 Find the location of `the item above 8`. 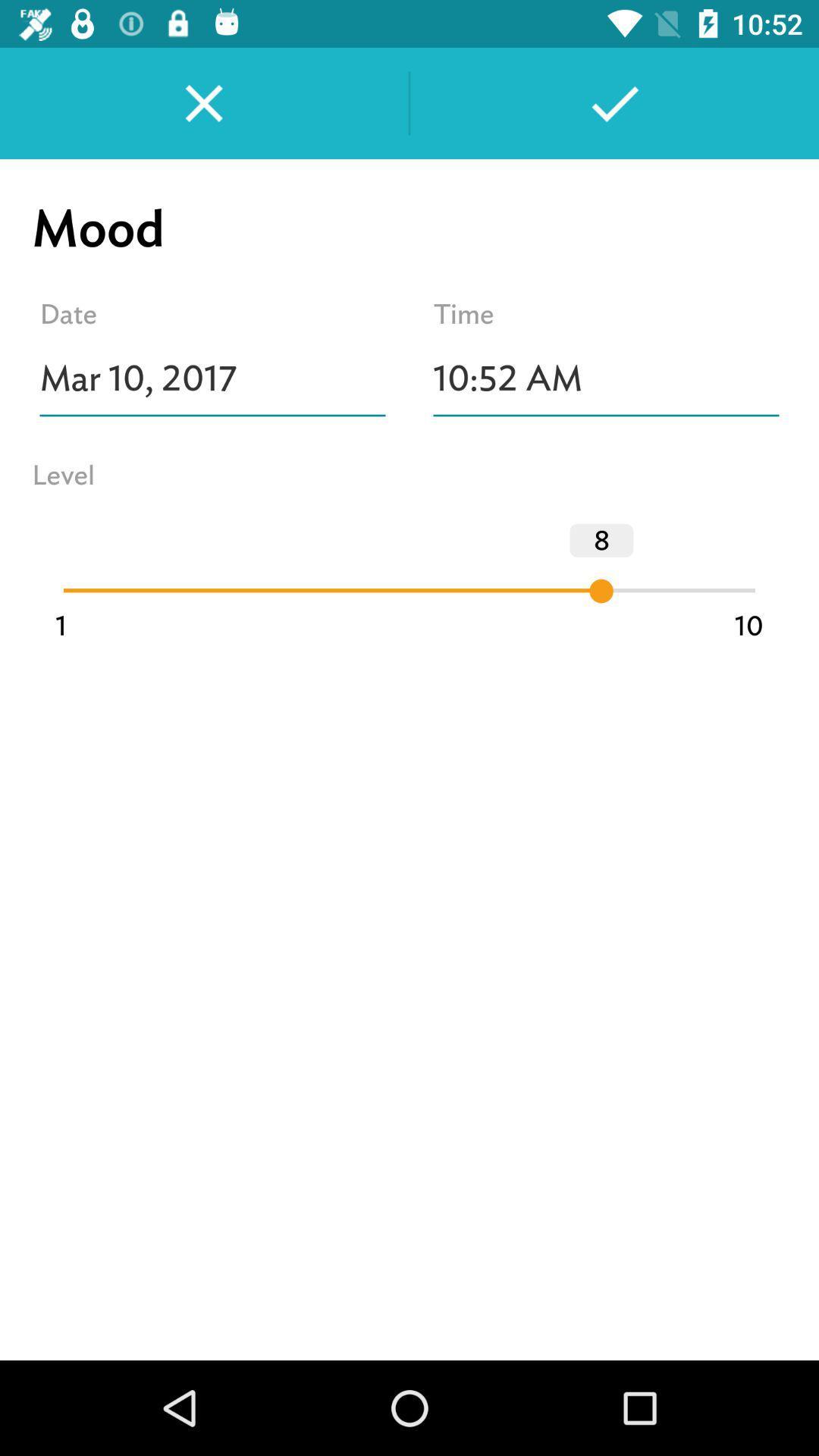

the item above 8 is located at coordinates (605, 378).